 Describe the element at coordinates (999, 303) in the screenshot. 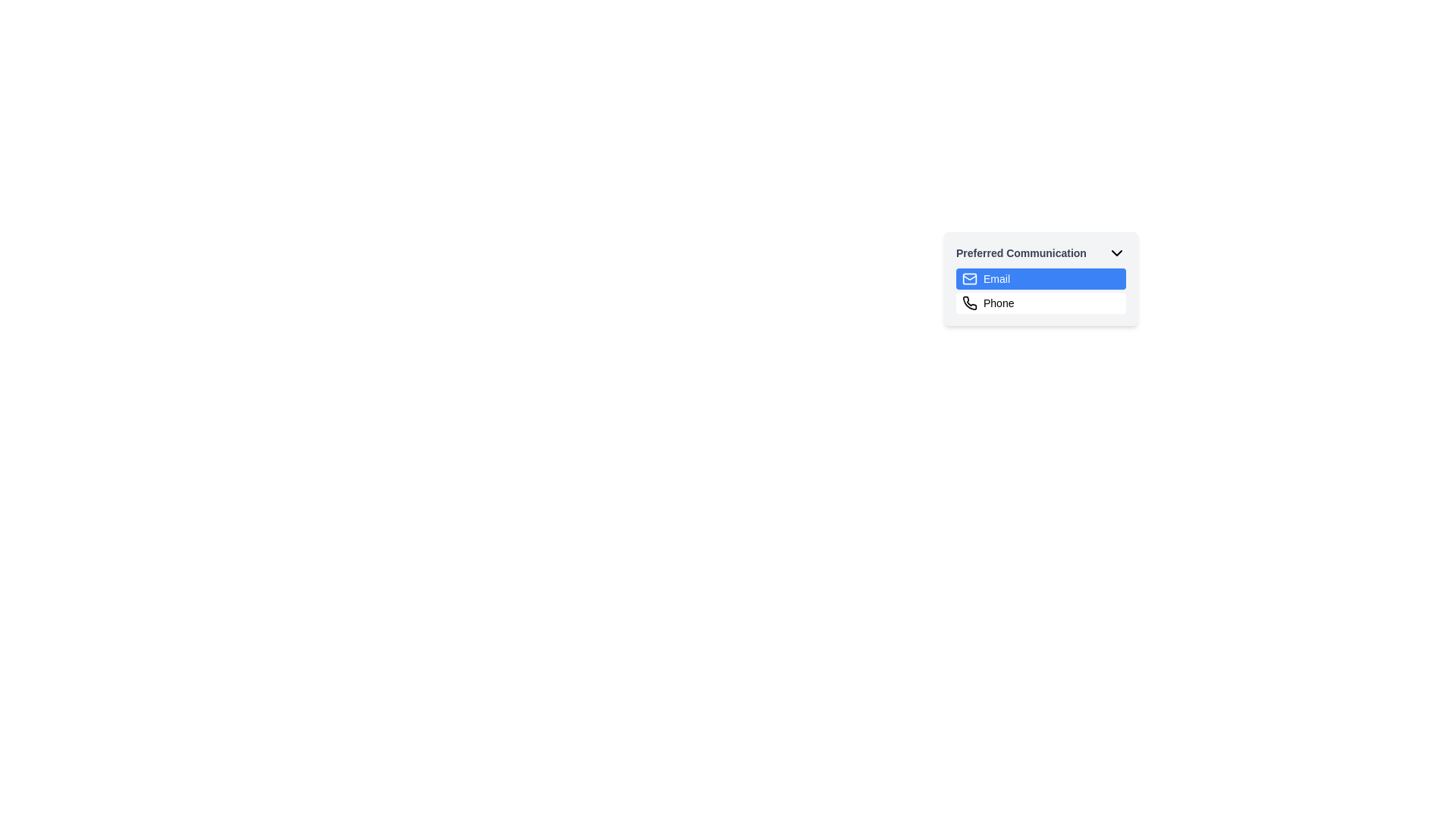

I see `the 'Phone' text label in the dropdown menu, which indicates the phone communication method option following the phone icon` at that location.